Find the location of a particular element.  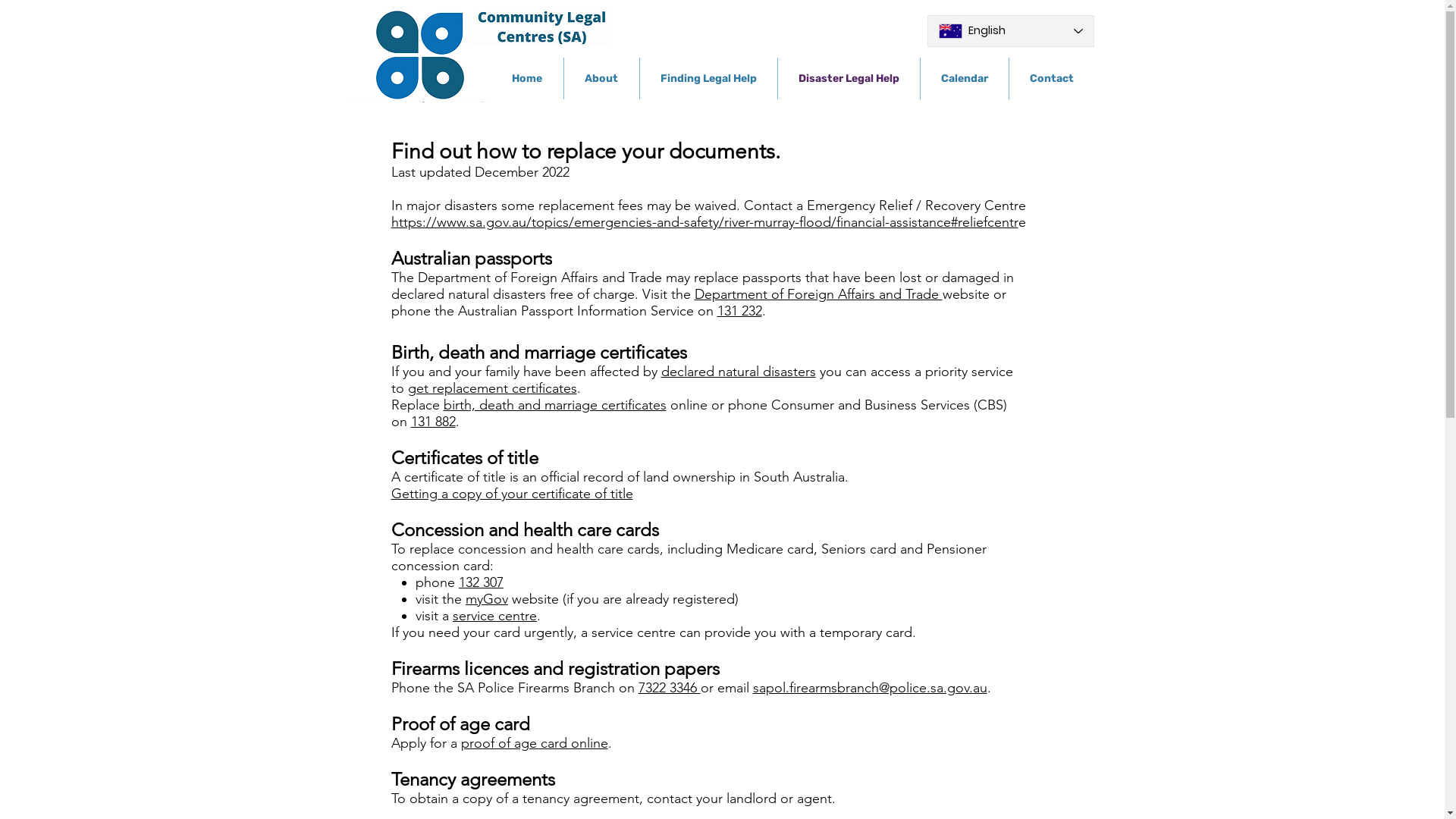

'Getting a copy of your certificate of title' is located at coordinates (391, 494).